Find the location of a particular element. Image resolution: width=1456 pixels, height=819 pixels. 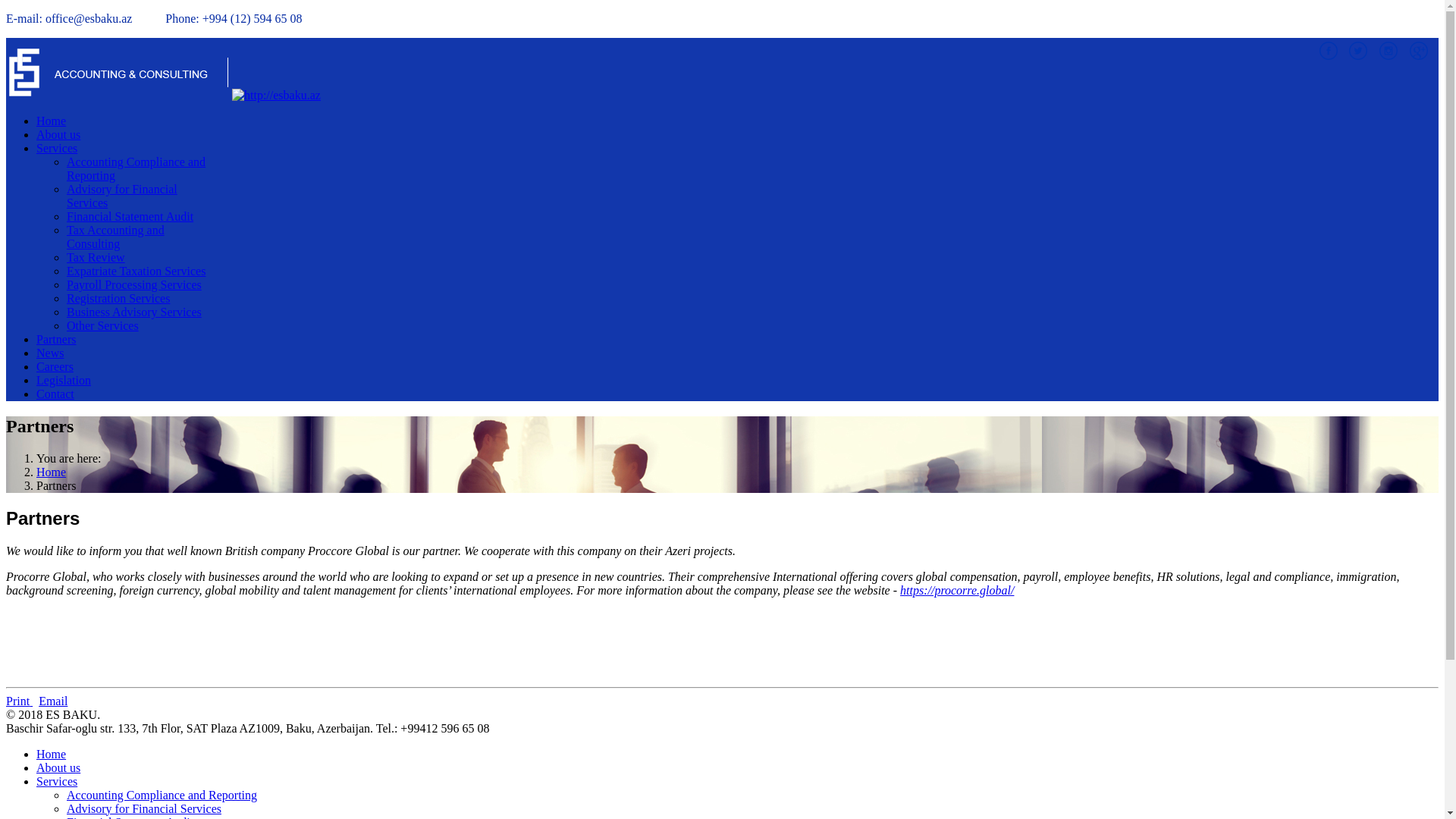

'Financial Statement Audit' is located at coordinates (130, 216).